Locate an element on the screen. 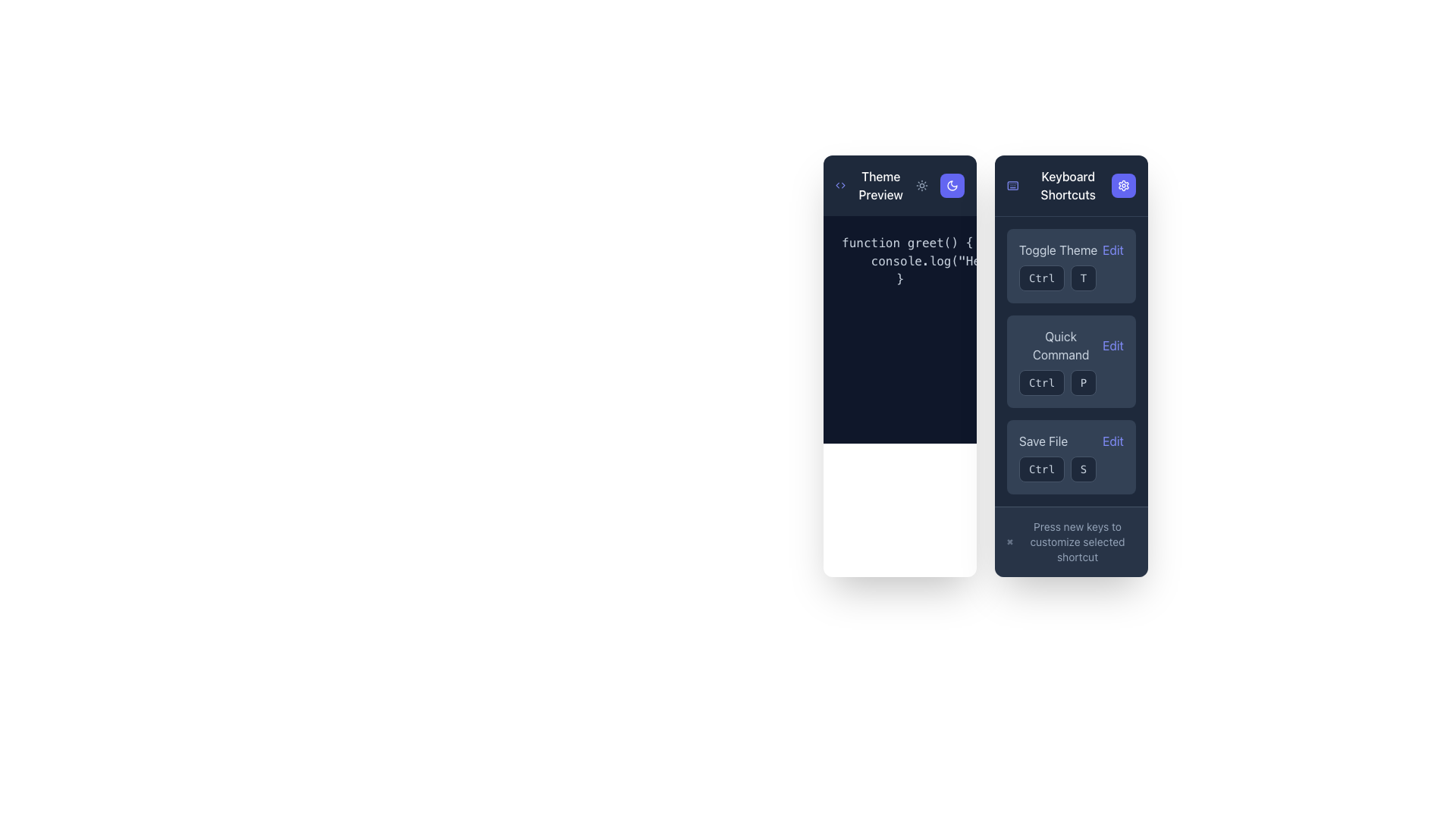 The height and width of the screenshot is (819, 1456). the static representation of the indigo keyboard icon located next to the text 'Keyboard Shortcuts' in the top-left corner of the section is located at coordinates (1012, 185).